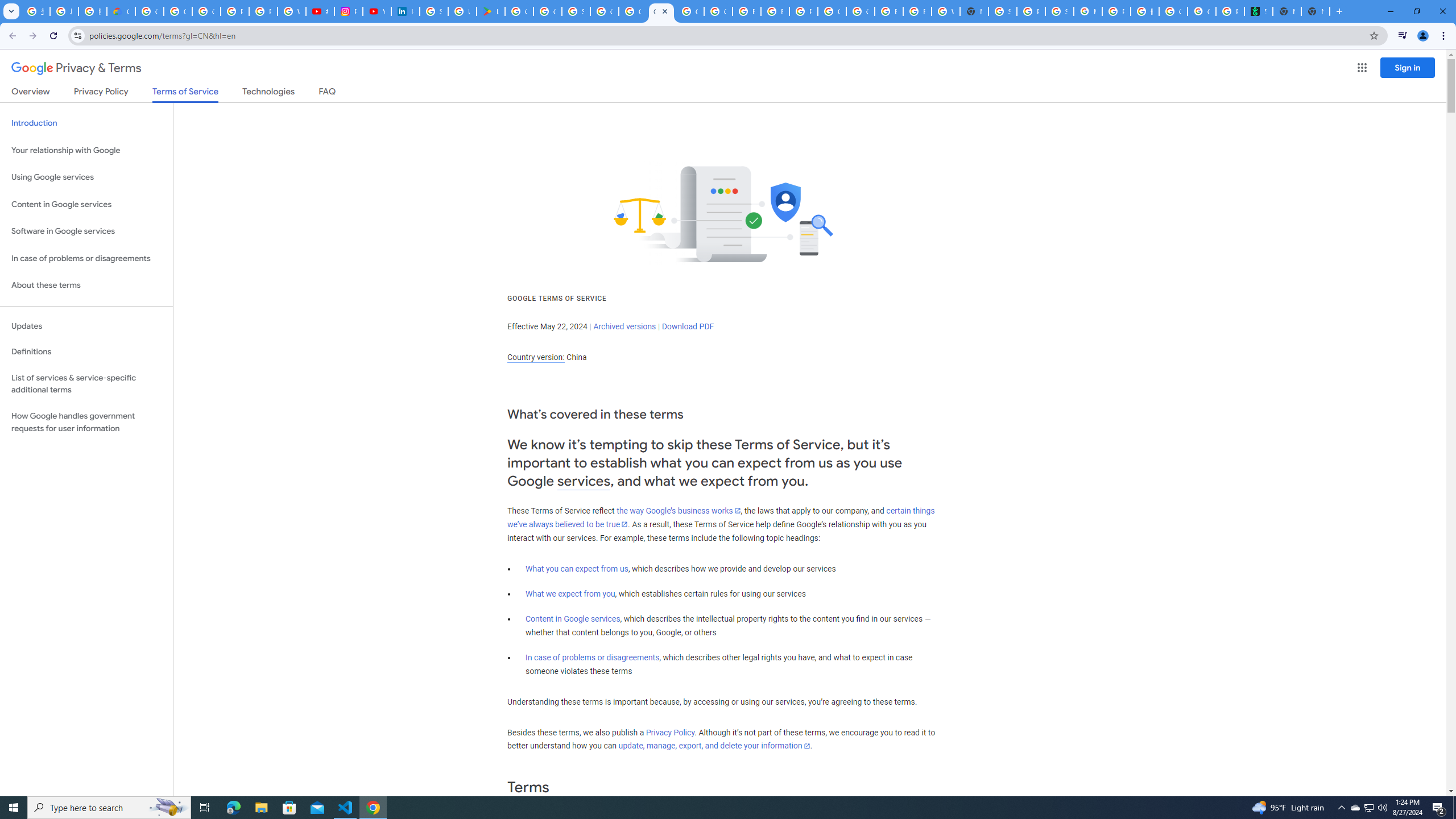 The width and height of the screenshot is (1456, 819). What do you see at coordinates (1314, 11) in the screenshot?
I see `'New Tab'` at bounding box center [1314, 11].